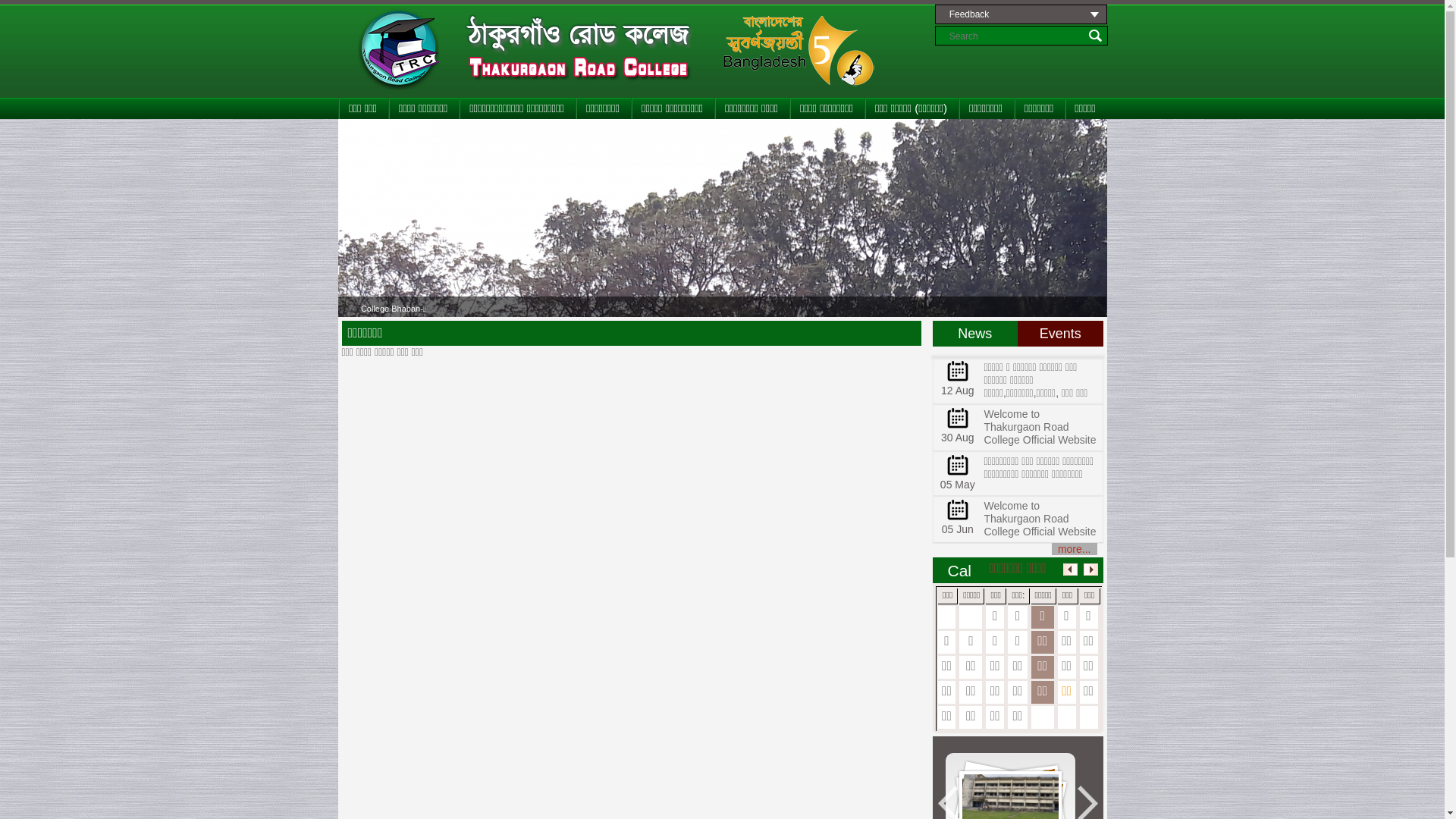  What do you see at coordinates (1073, 549) in the screenshot?
I see `'more...'` at bounding box center [1073, 549].